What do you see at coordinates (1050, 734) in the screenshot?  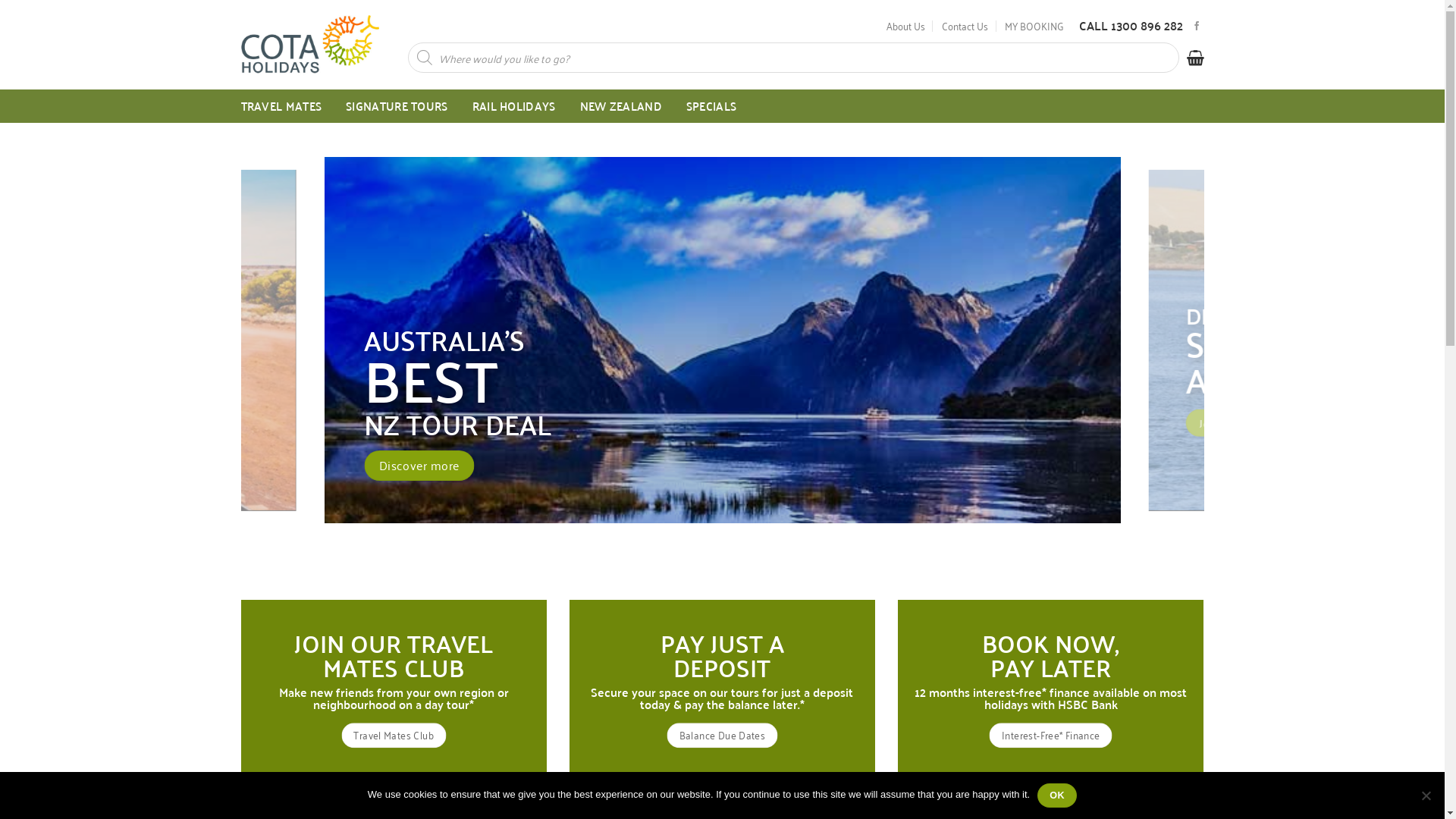 I see `'Interest-Free* Finance'` at bounding box center [1050, 734].